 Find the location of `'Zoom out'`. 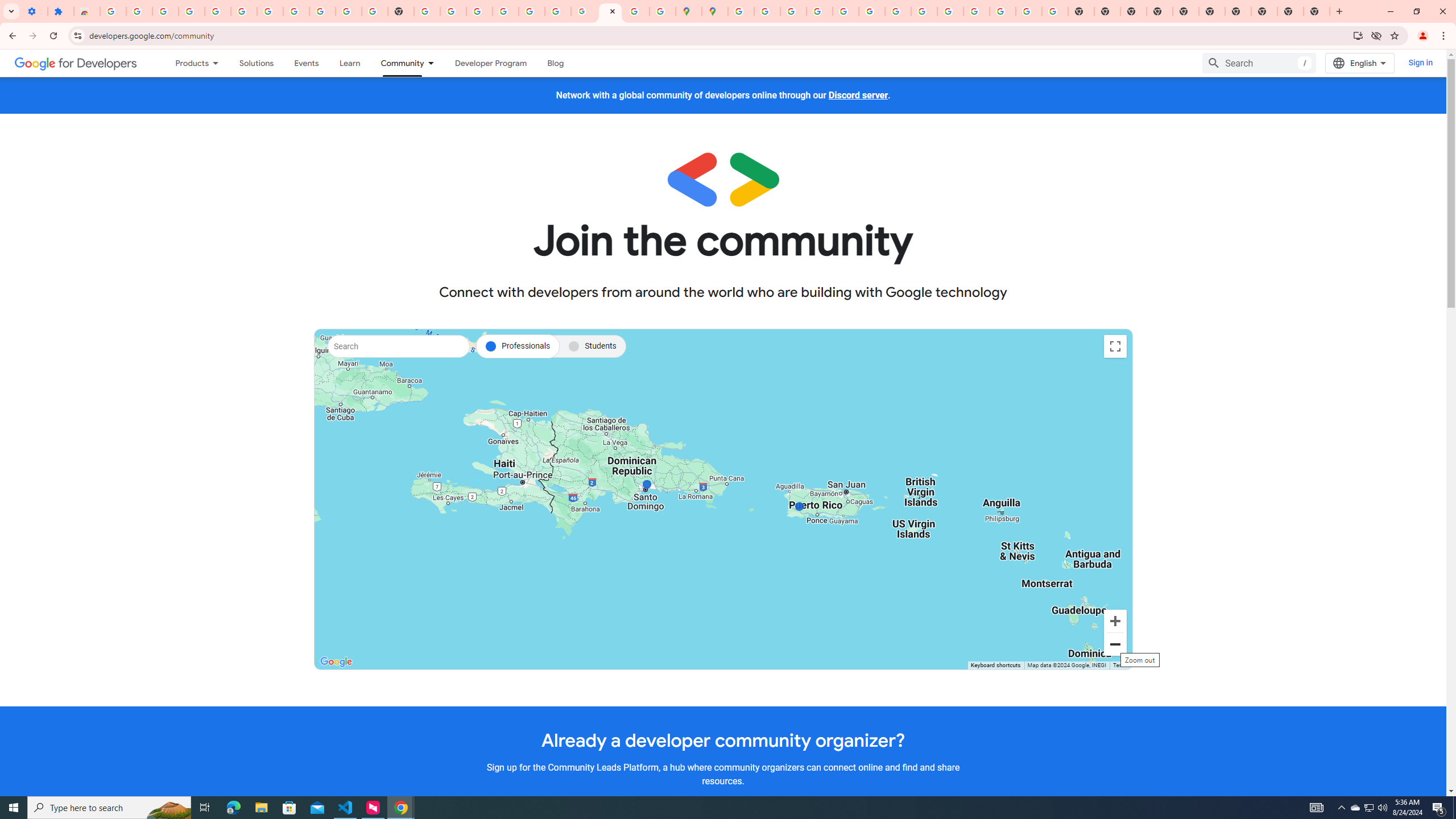

'Zoom out' is located at coordinates (1115, 644).